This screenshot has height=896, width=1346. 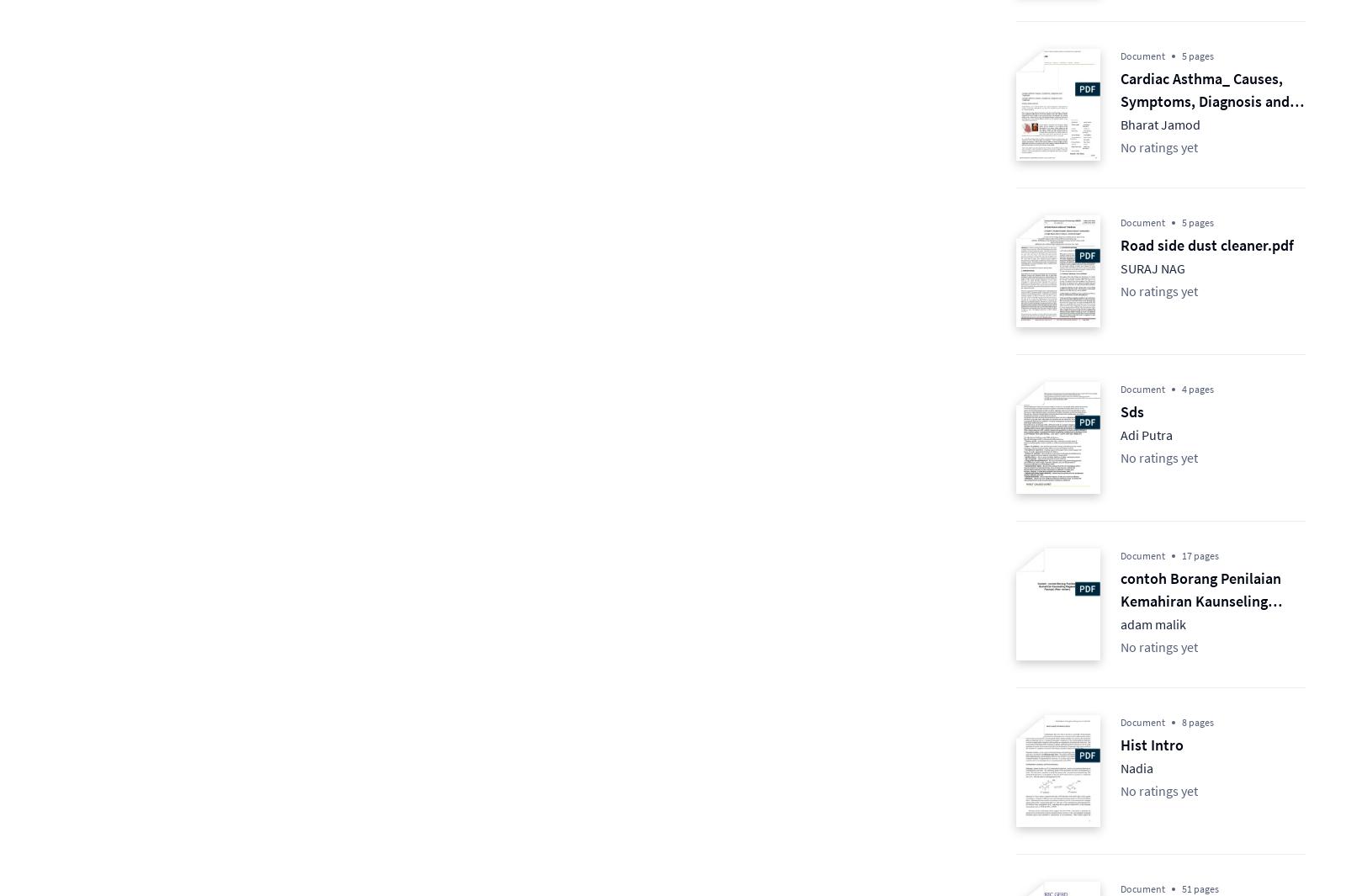 I want to click on '51 pages', so click(x=1200, y=888).